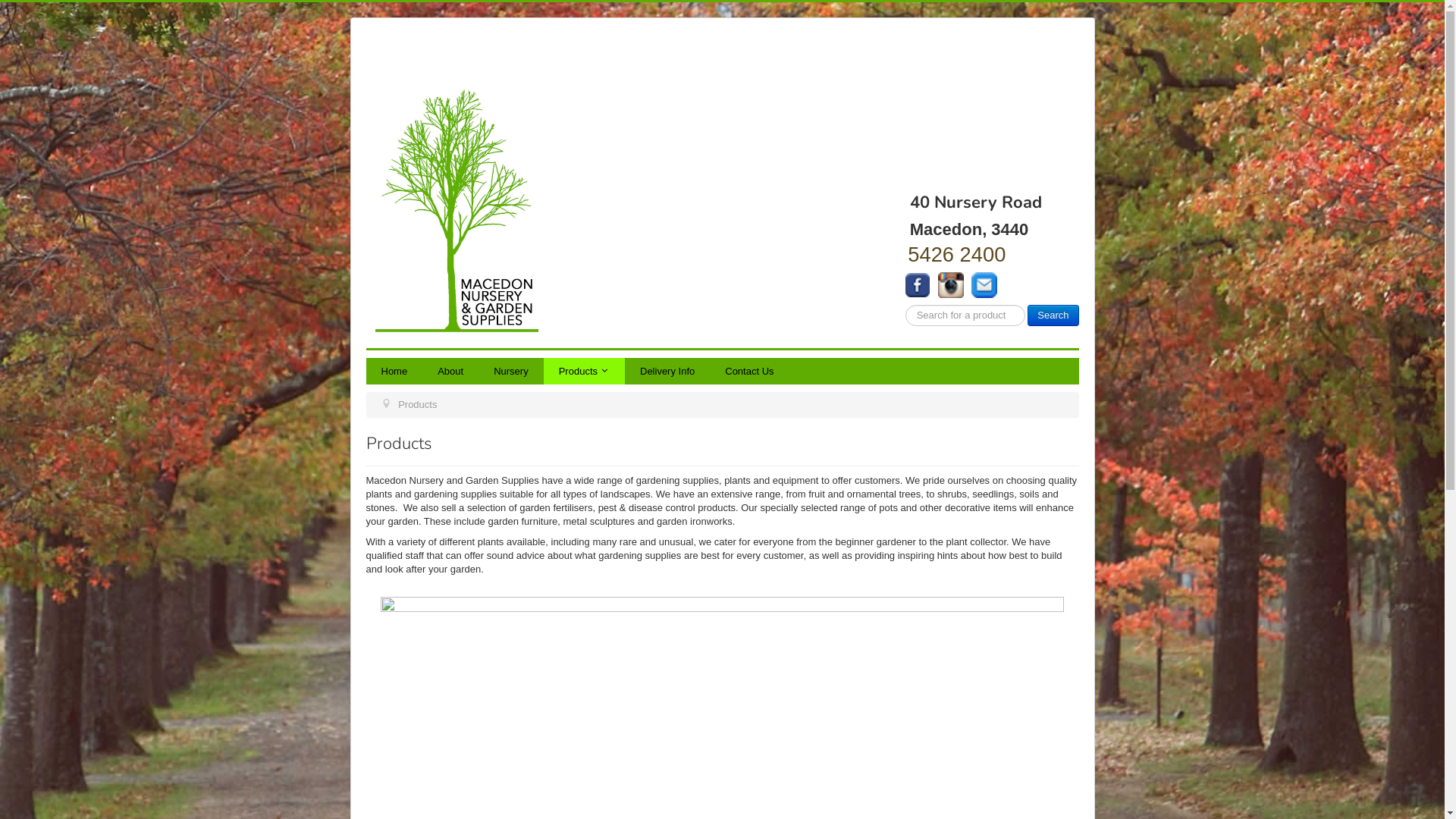 This screenshot has height=819, width=1456. Describe the element at coordinates (583, 371) in the screenshot. I see `'Products'` at that location.